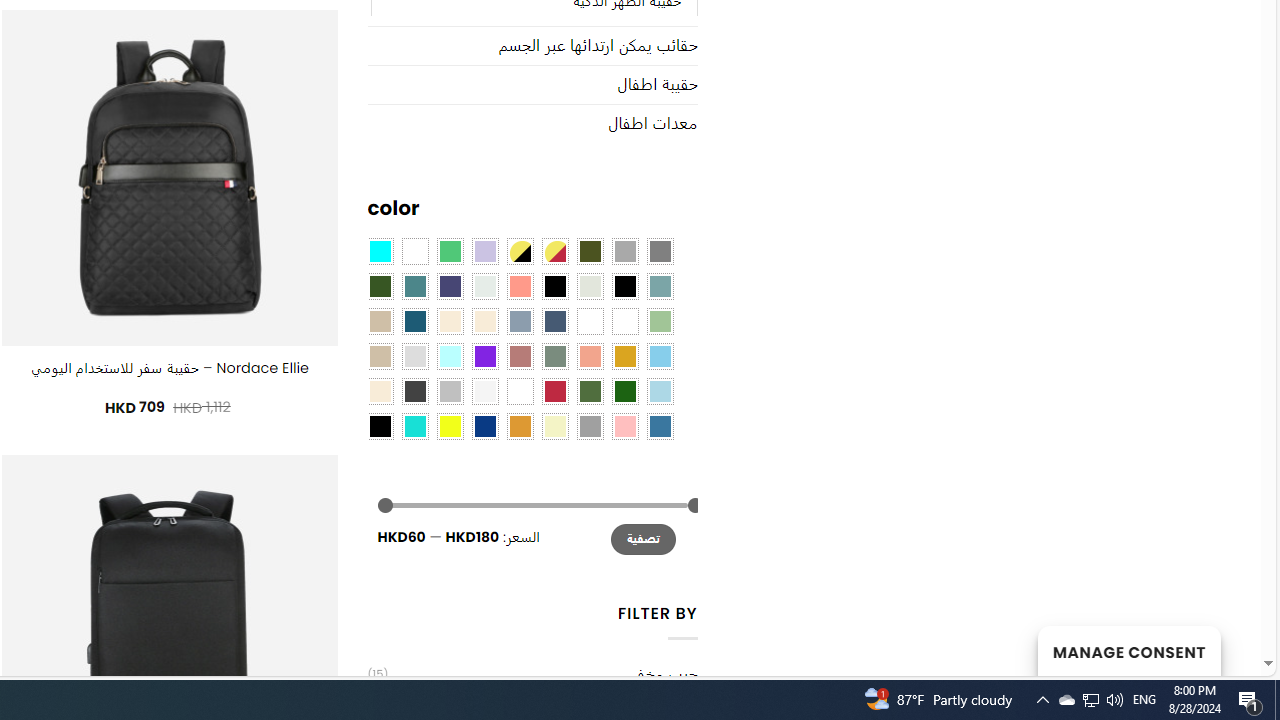 This screenshot has height=720, width=1280. Describe the element at coordinates (413, 320) in the screenshot. I see `'Capri Blue'` at that location.